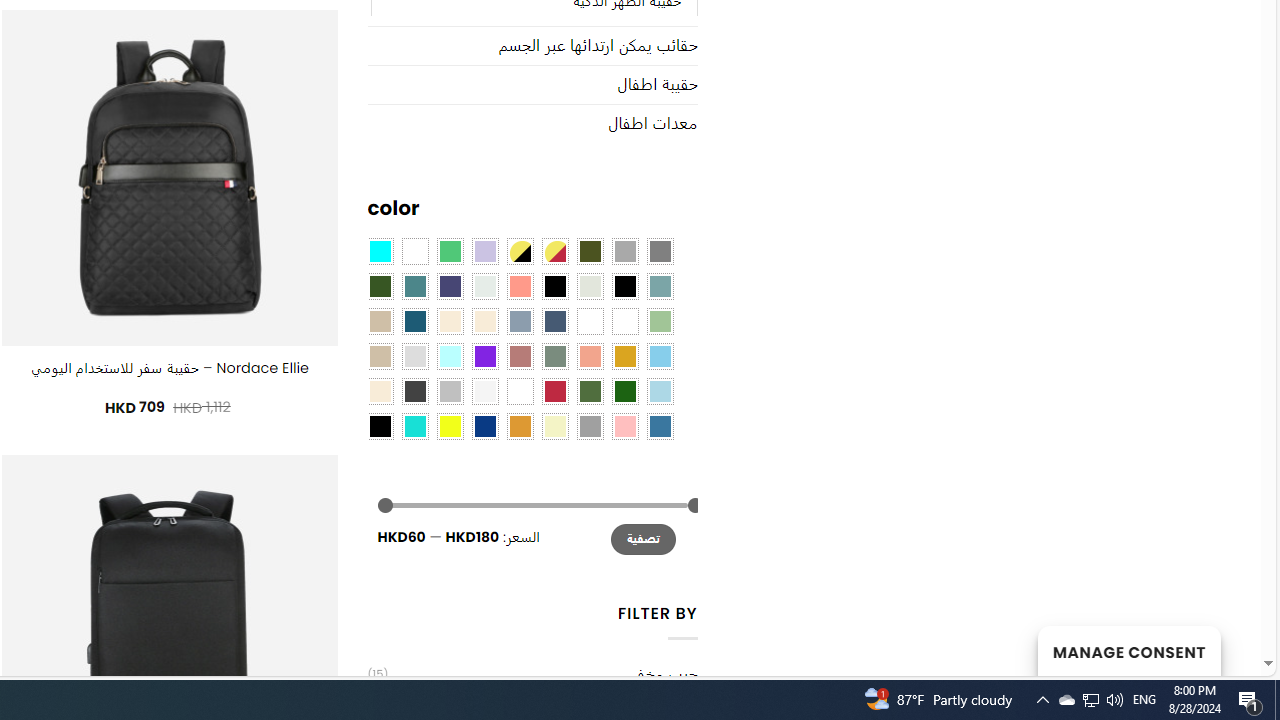 This screenshot has height=720, width=1280. Describe the element at coordinates (413, 320) in the screenshot. I see `'Capri Blue'` at that location.